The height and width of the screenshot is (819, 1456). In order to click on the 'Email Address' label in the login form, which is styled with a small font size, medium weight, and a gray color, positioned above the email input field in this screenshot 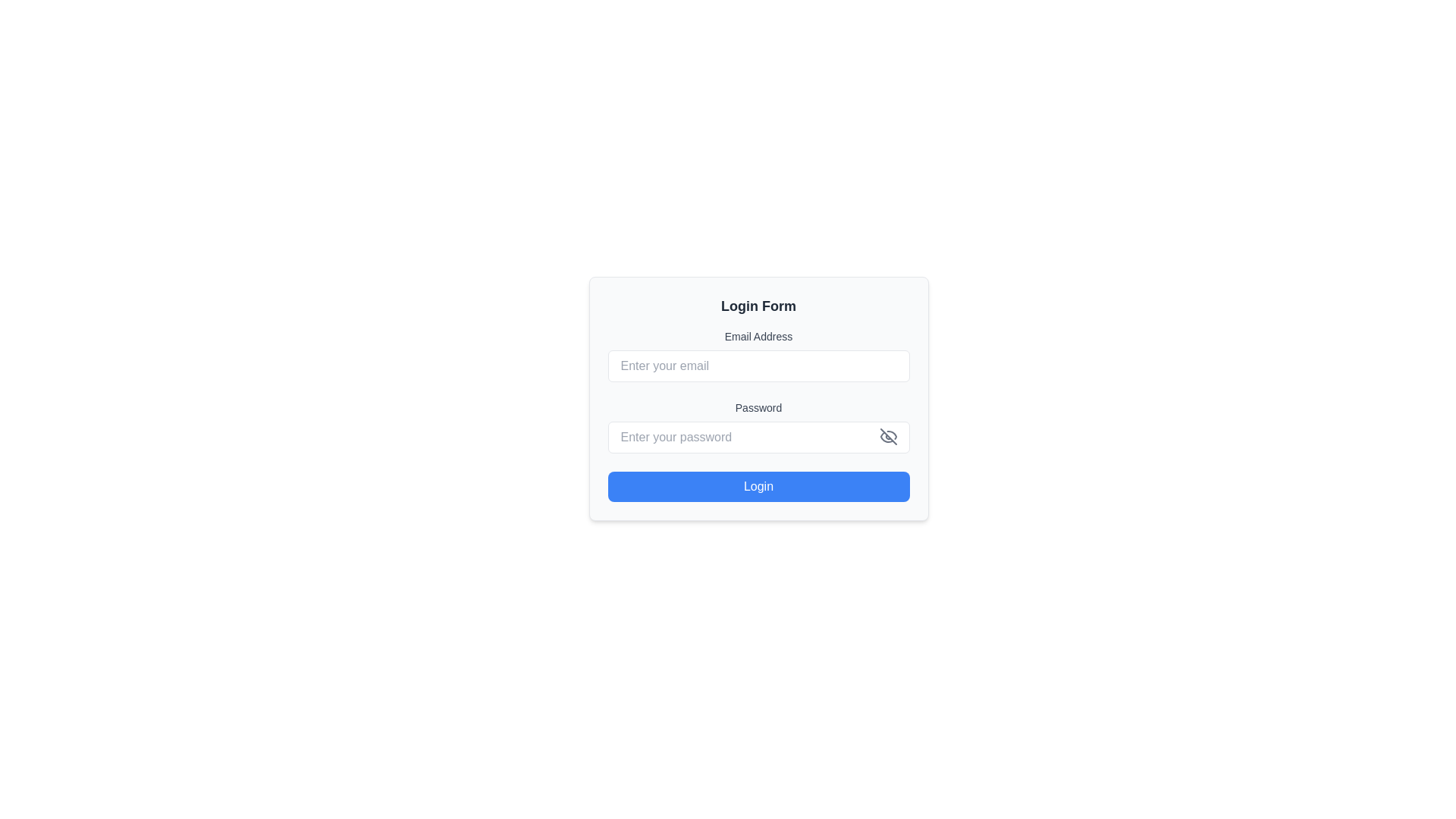, I will do `click(758, 335)`.